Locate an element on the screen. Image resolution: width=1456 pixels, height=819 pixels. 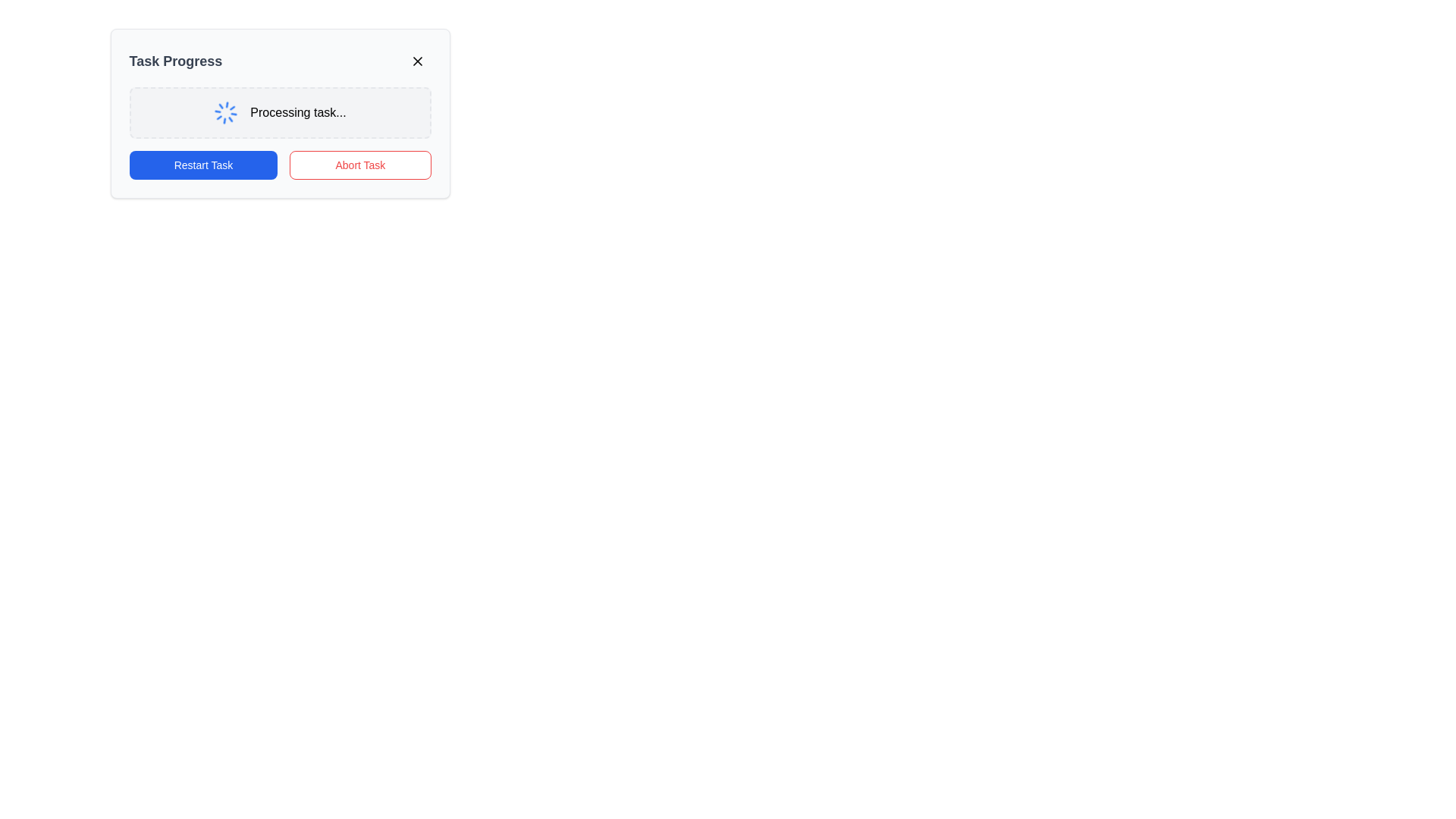
the Loader or Spinner Icon that indicates ongoing progress or activity, located to the left of the text 'Processing task...' within a bordered dashed box in the 'Task Progress' dialog window is located at coordinates (225, 112).